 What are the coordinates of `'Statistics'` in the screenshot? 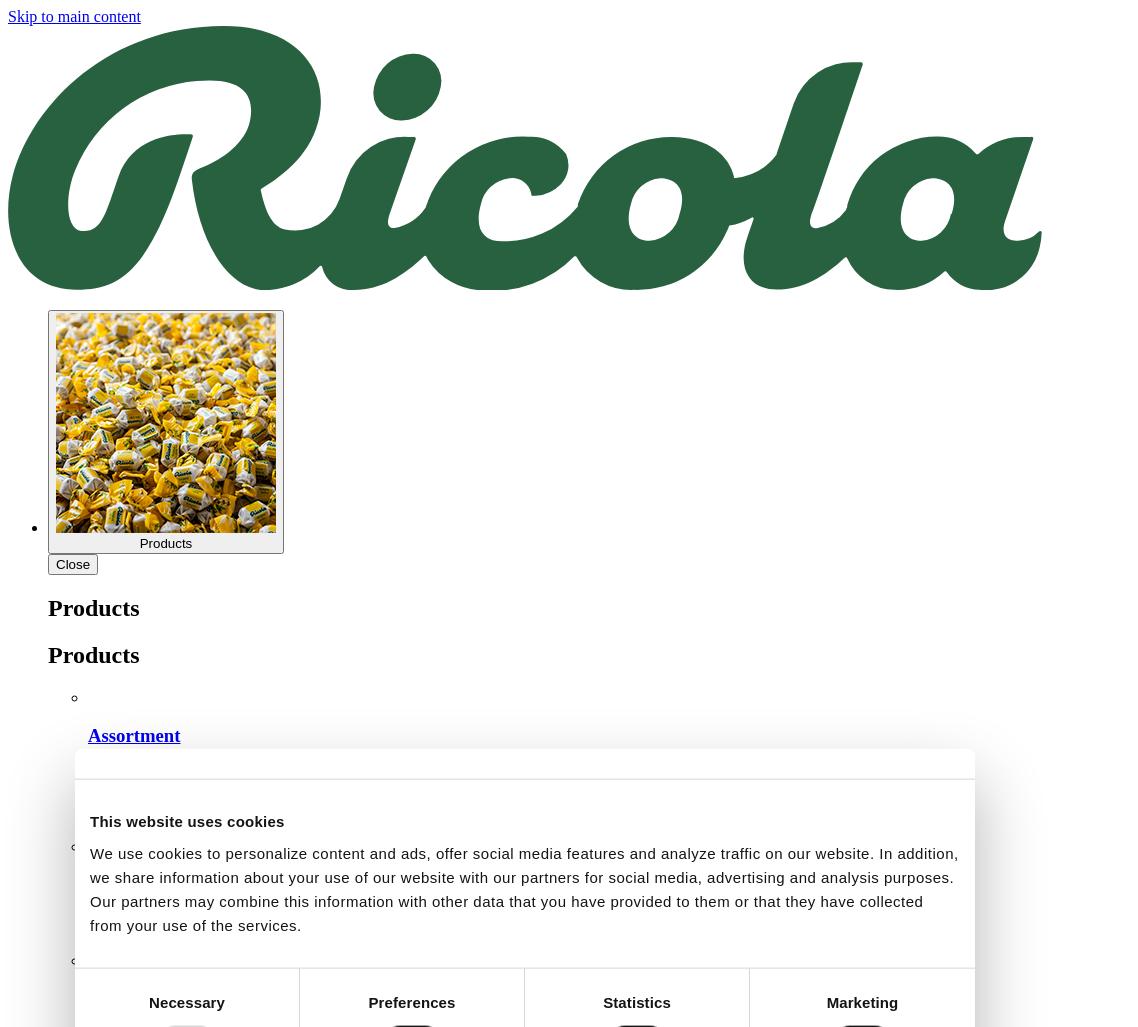 It's located at (635, 1000).